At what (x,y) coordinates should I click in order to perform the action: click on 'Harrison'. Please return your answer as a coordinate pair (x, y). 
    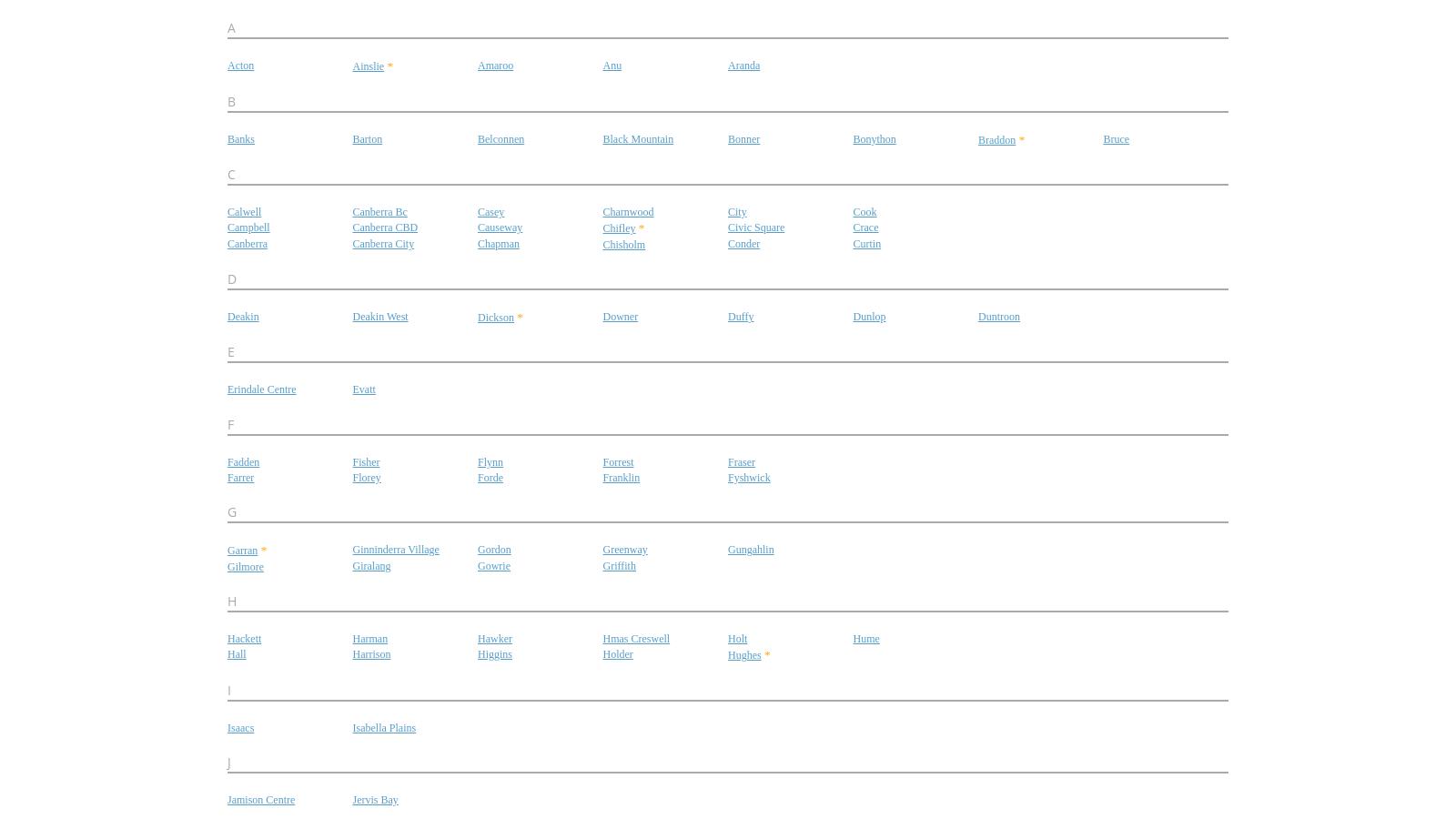
    Looking at the image, I should click on (370, 653).